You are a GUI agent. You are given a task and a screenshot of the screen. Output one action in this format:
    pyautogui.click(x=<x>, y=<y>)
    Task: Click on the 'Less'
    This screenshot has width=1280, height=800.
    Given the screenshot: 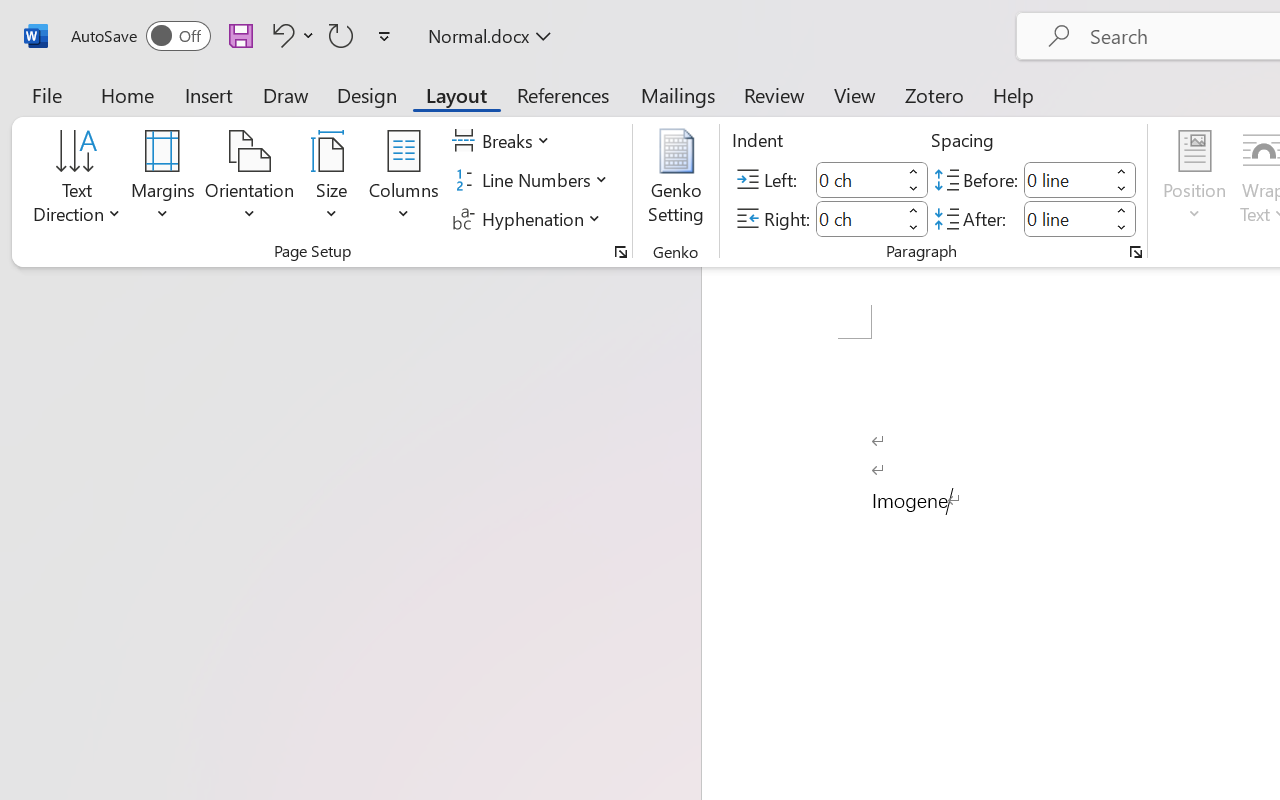 What is the action you would take?
    pyautogui.click(x=1121, y=227)
    